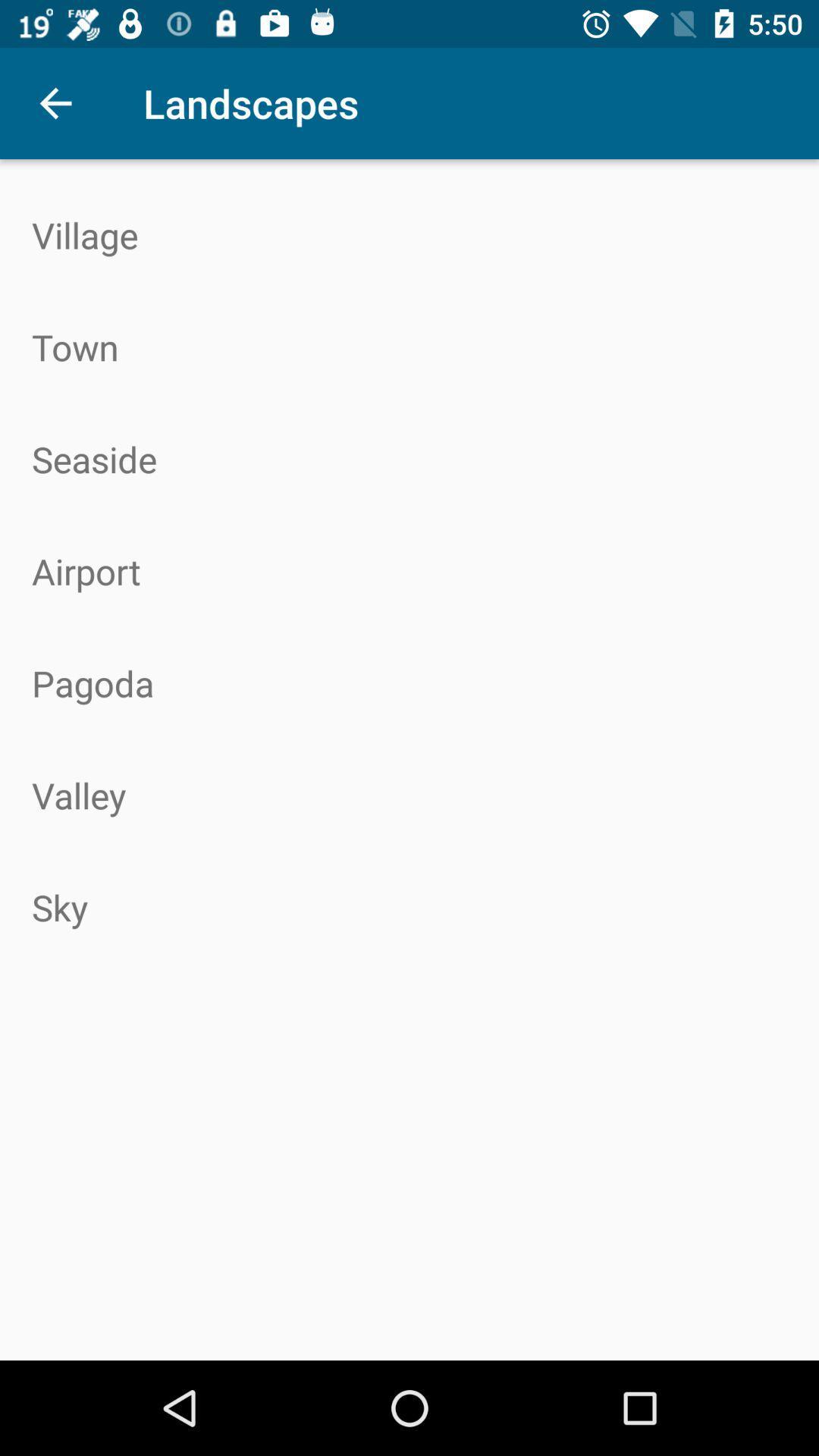 The width and height of the screenshot is (819, 1456). Describe the element at coordinates (409, 570) in the screenshot. I see `the item above pagoda item` at that location.